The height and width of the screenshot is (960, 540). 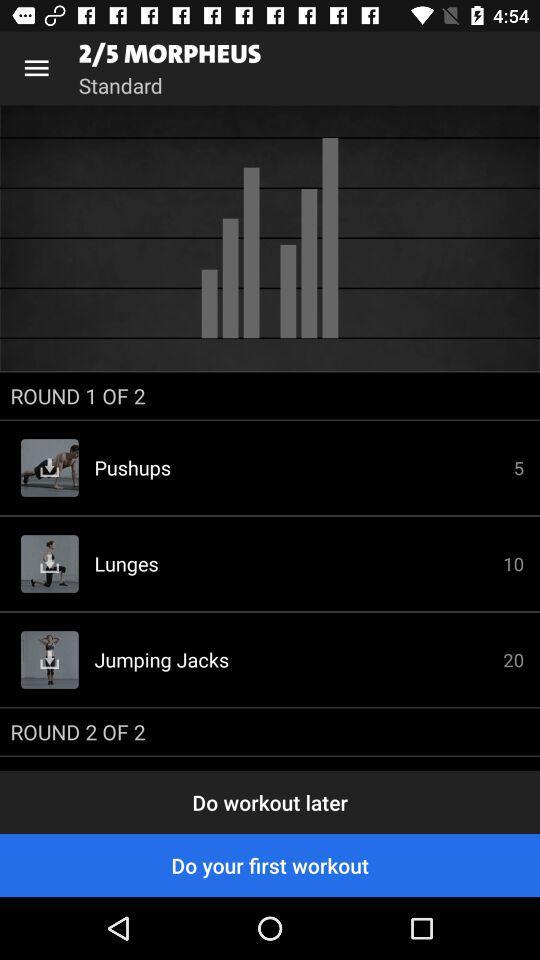 I want to click on download icon on image which is left to text lunges, so click(x=50, y=564).